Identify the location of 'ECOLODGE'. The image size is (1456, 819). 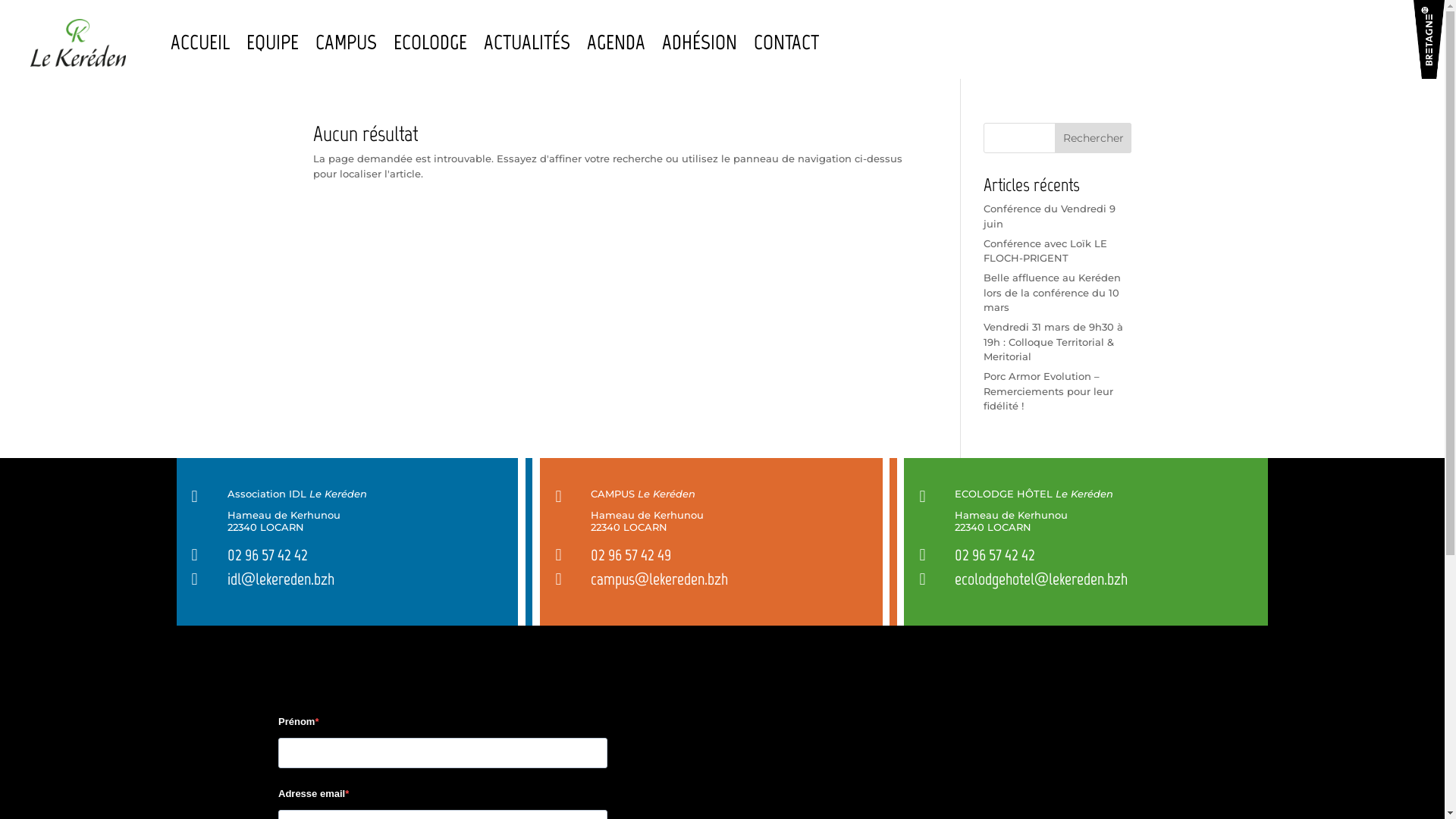
(429, 42).